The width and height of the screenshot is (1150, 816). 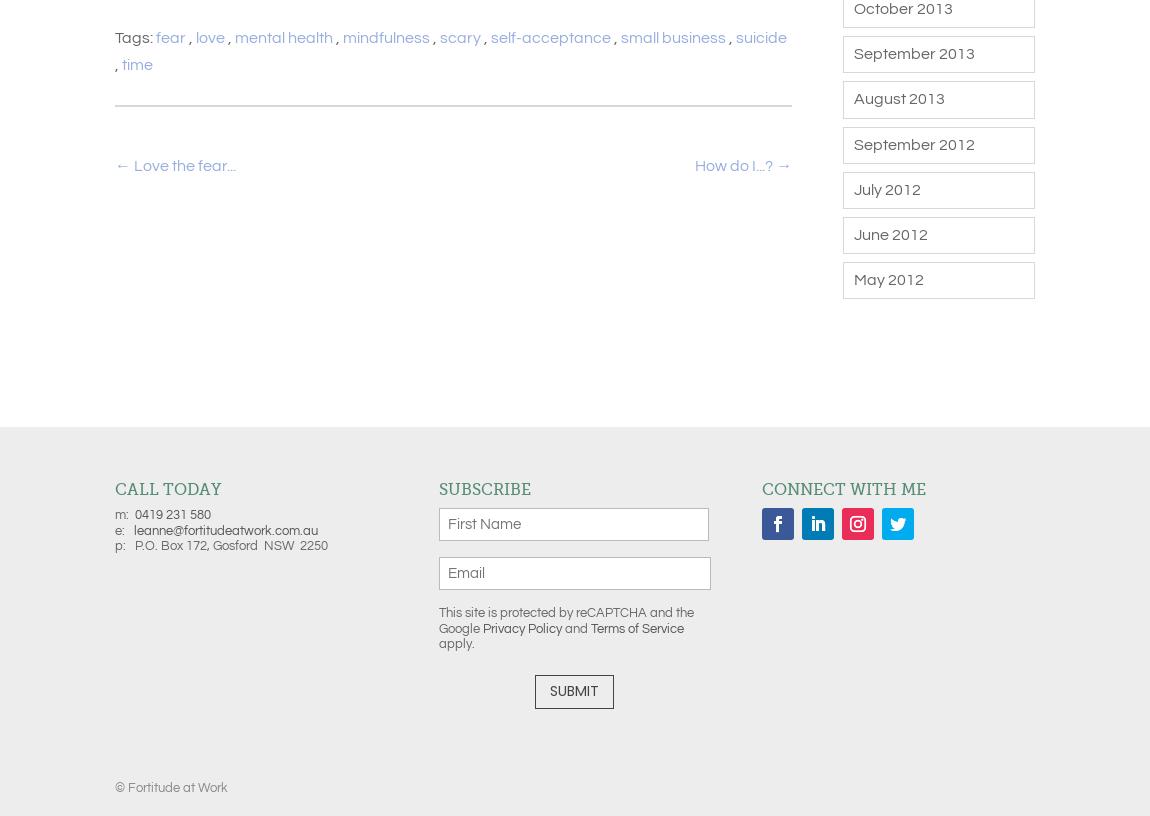 I want to click on 'September 2012', so click(x=913, y=144).